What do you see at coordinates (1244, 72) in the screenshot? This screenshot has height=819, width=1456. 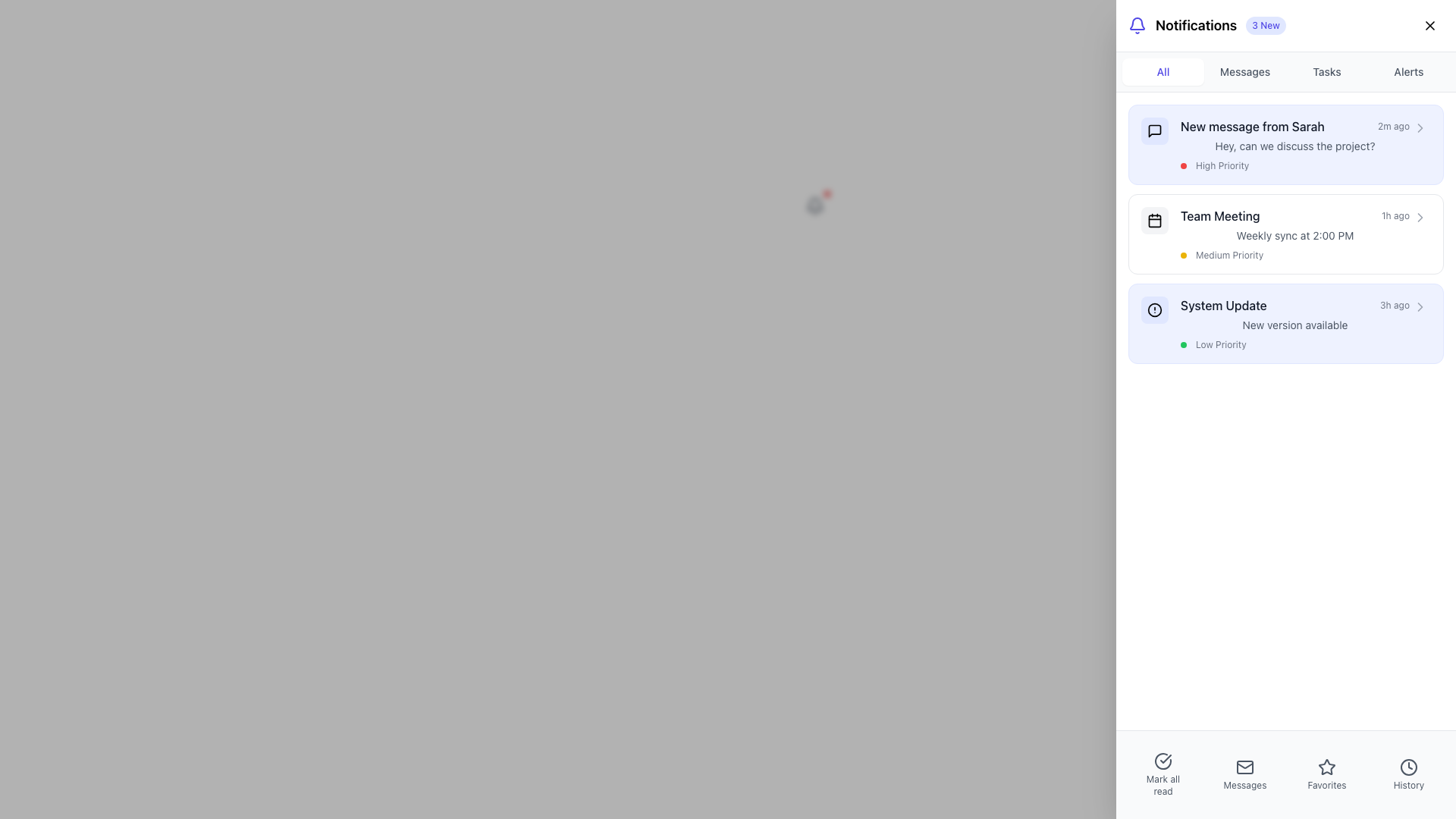 I see `the 'Messages' tab, which is the second tab in the tab group at the top of the side panel` at bounding box center [1244, 72].